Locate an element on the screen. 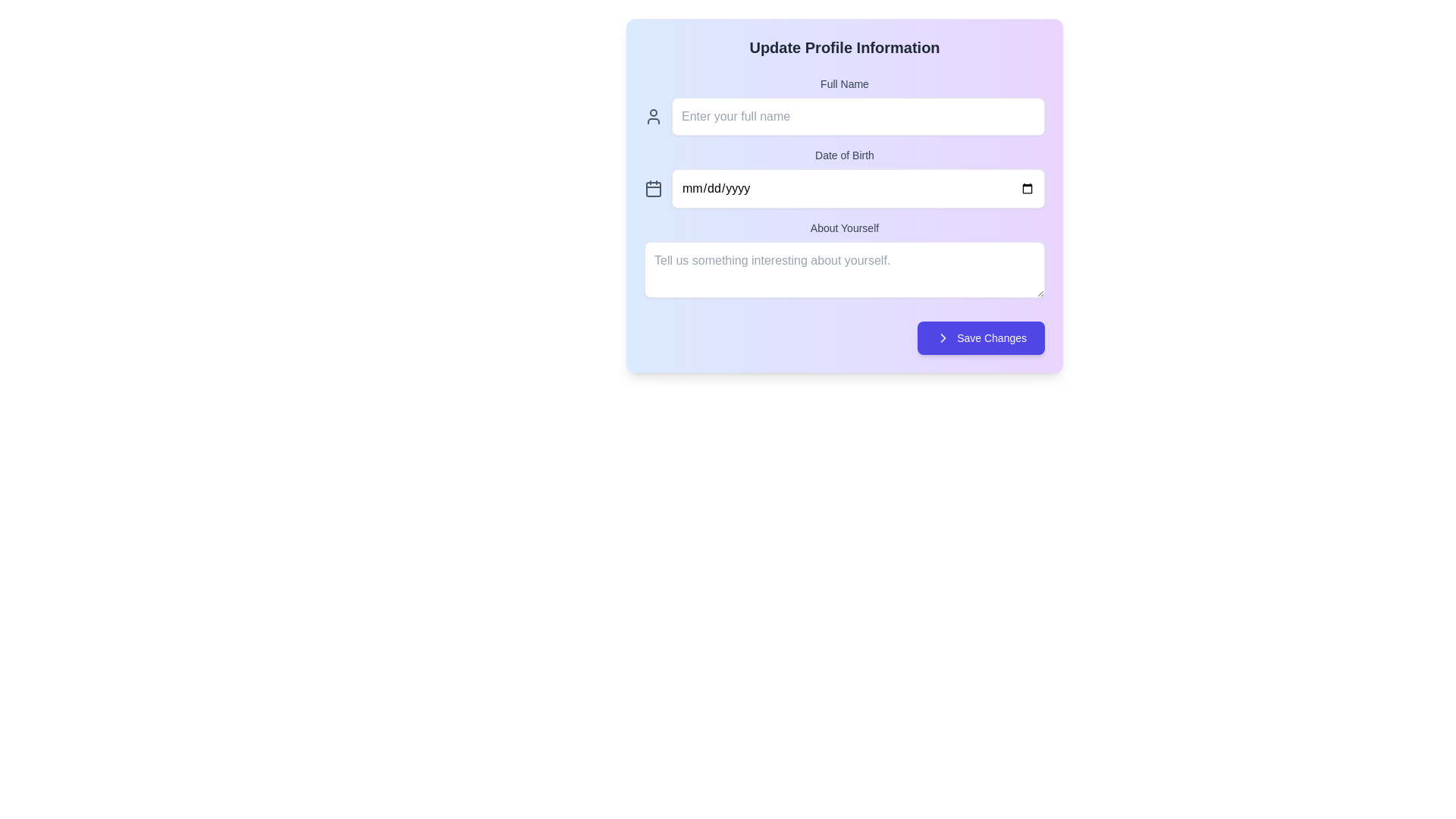 Image resolution: width=1456 pixels, height=819 pixels. the small gray calendar icon located under the 'Date of Birth' label, positioned to the left of the date input field is located at coordinates (654, 188).